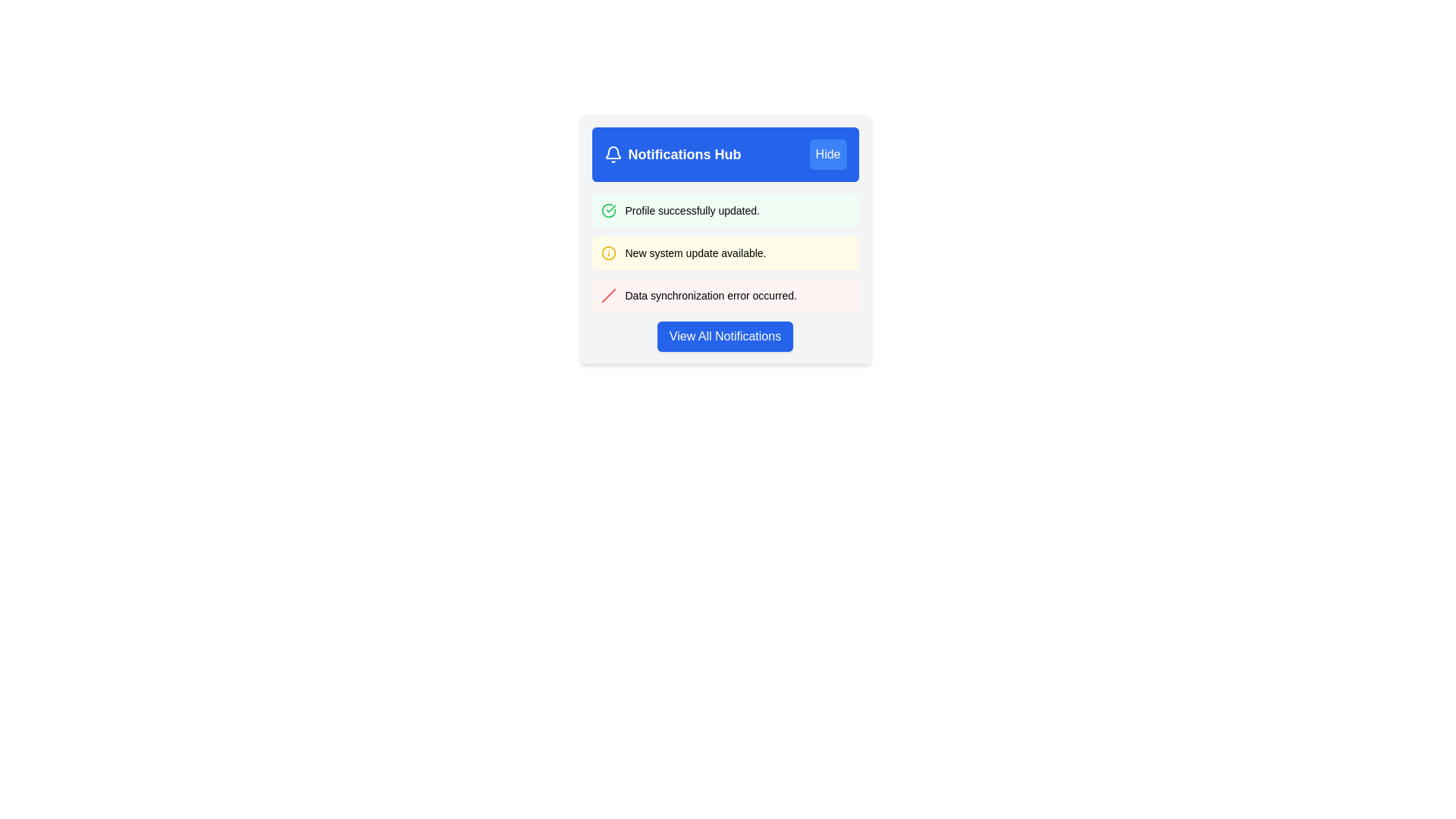 This screenshot has width=1456, height=819. What do you see at coordinates (613, 152) in the screenshot?
I see `the bell icon located near the top-left corner of the blue header section in the notification panel, positioned below the icon's circular top cap` at bounding box center [613, 152].